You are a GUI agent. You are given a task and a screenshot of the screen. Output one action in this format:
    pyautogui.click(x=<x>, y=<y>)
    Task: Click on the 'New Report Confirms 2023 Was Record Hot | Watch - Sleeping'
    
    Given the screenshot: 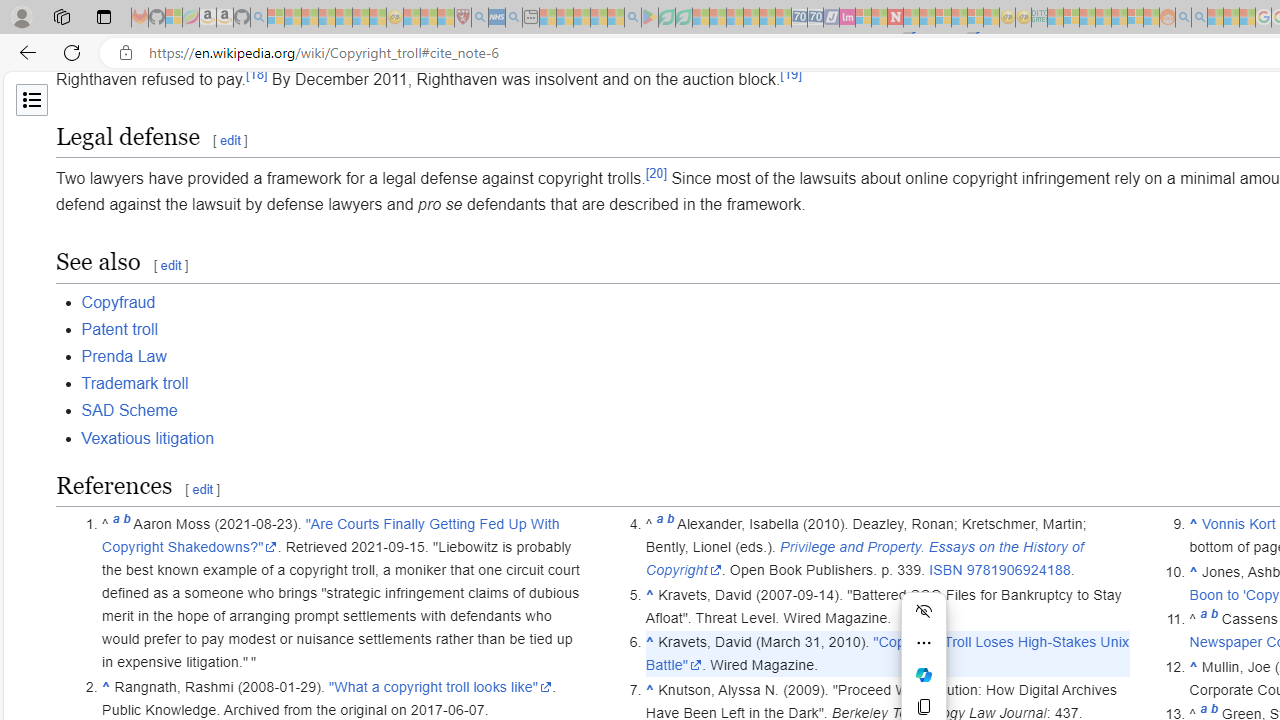 What is the action you would take?
    pyautogui.click(x=343, y=17)
    